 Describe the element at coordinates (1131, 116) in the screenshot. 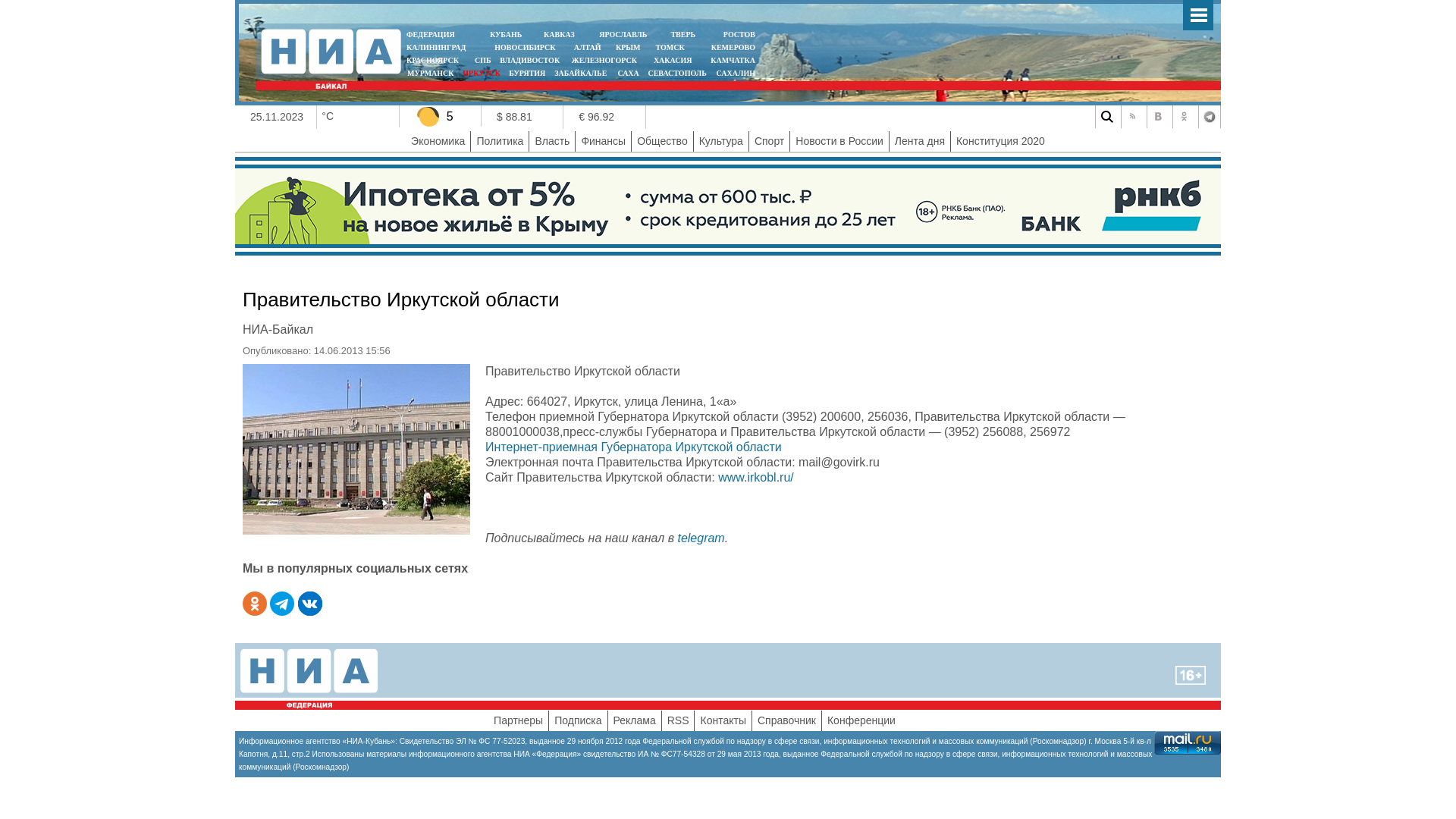

I see `'RSS'` at that location.